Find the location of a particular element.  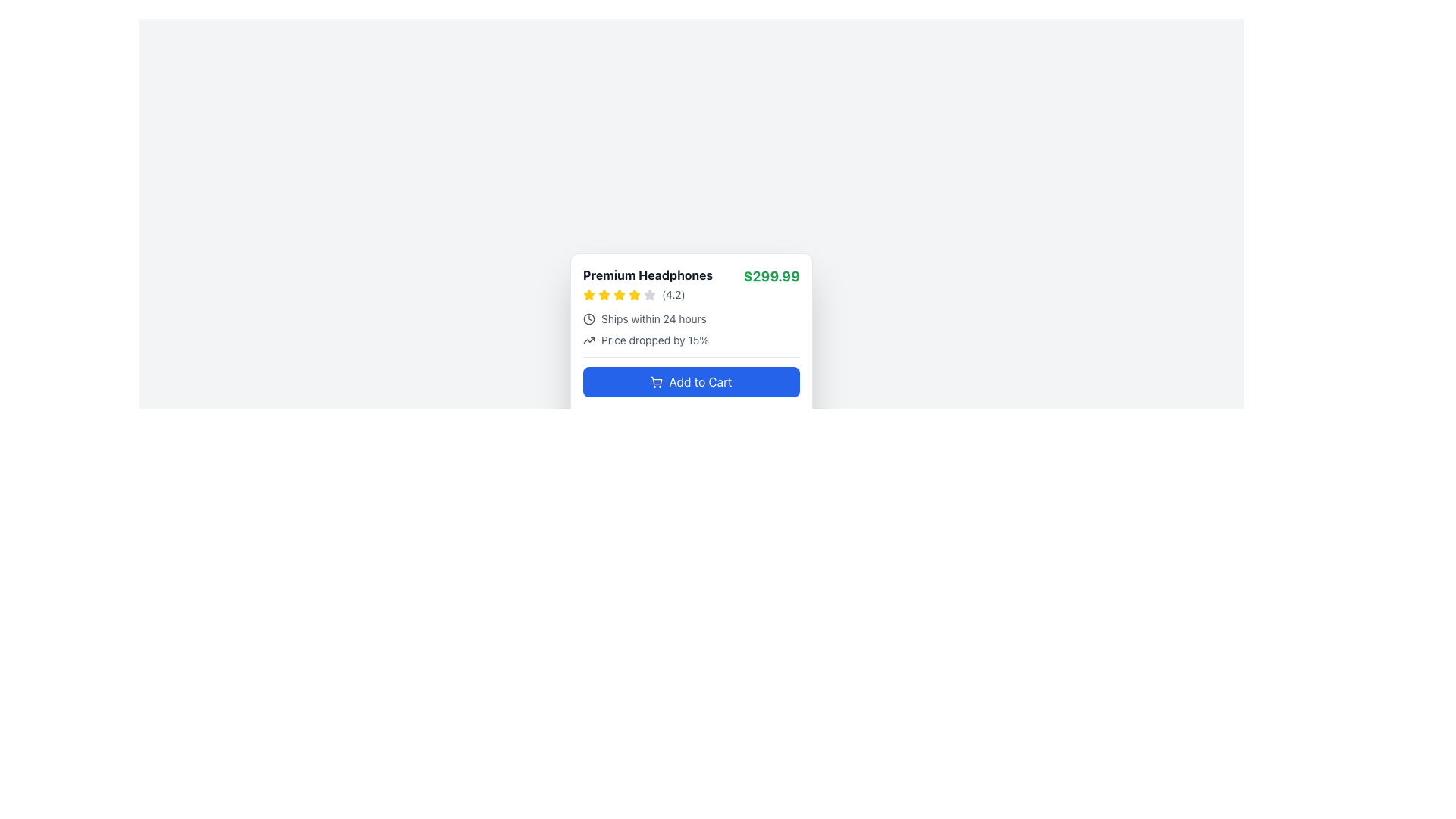

textual label displaying the product name and rating visualization, which is located in the upper-left section above the price of $299.99 is located at coordinates (648, 284).